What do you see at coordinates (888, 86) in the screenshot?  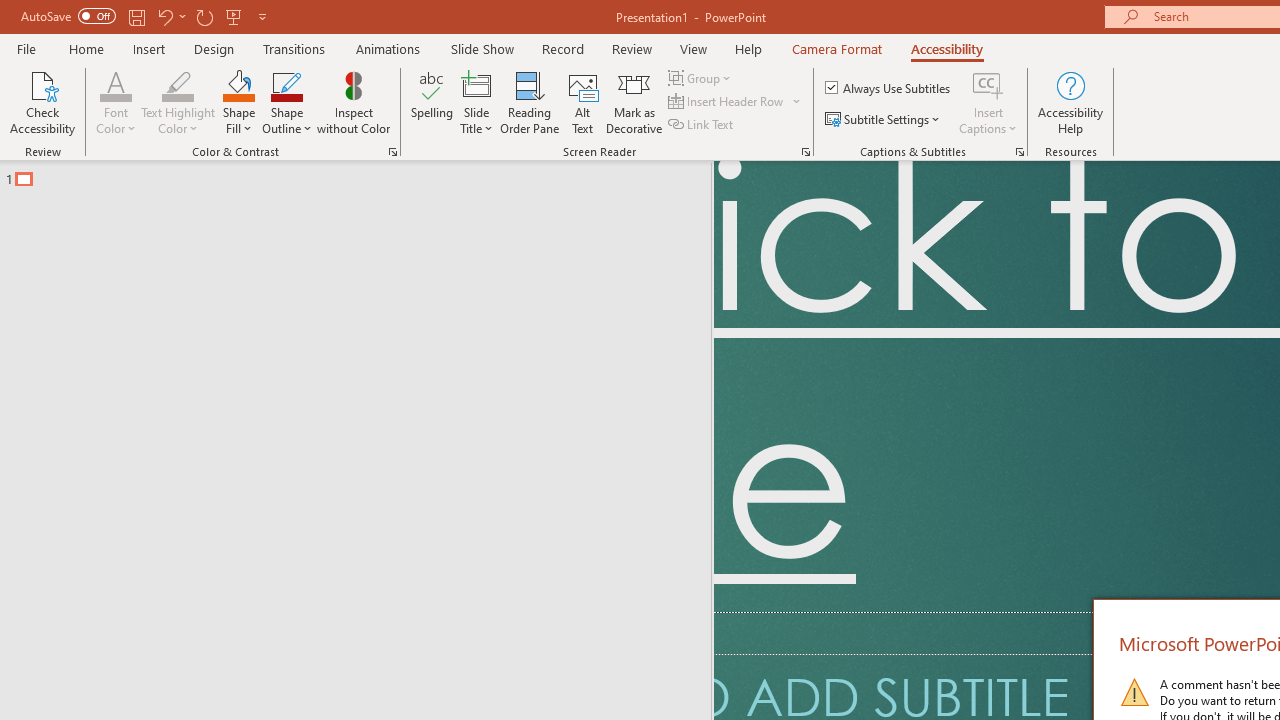 I see `'Always Use Subtitles'` at bounding box center [888, 86].